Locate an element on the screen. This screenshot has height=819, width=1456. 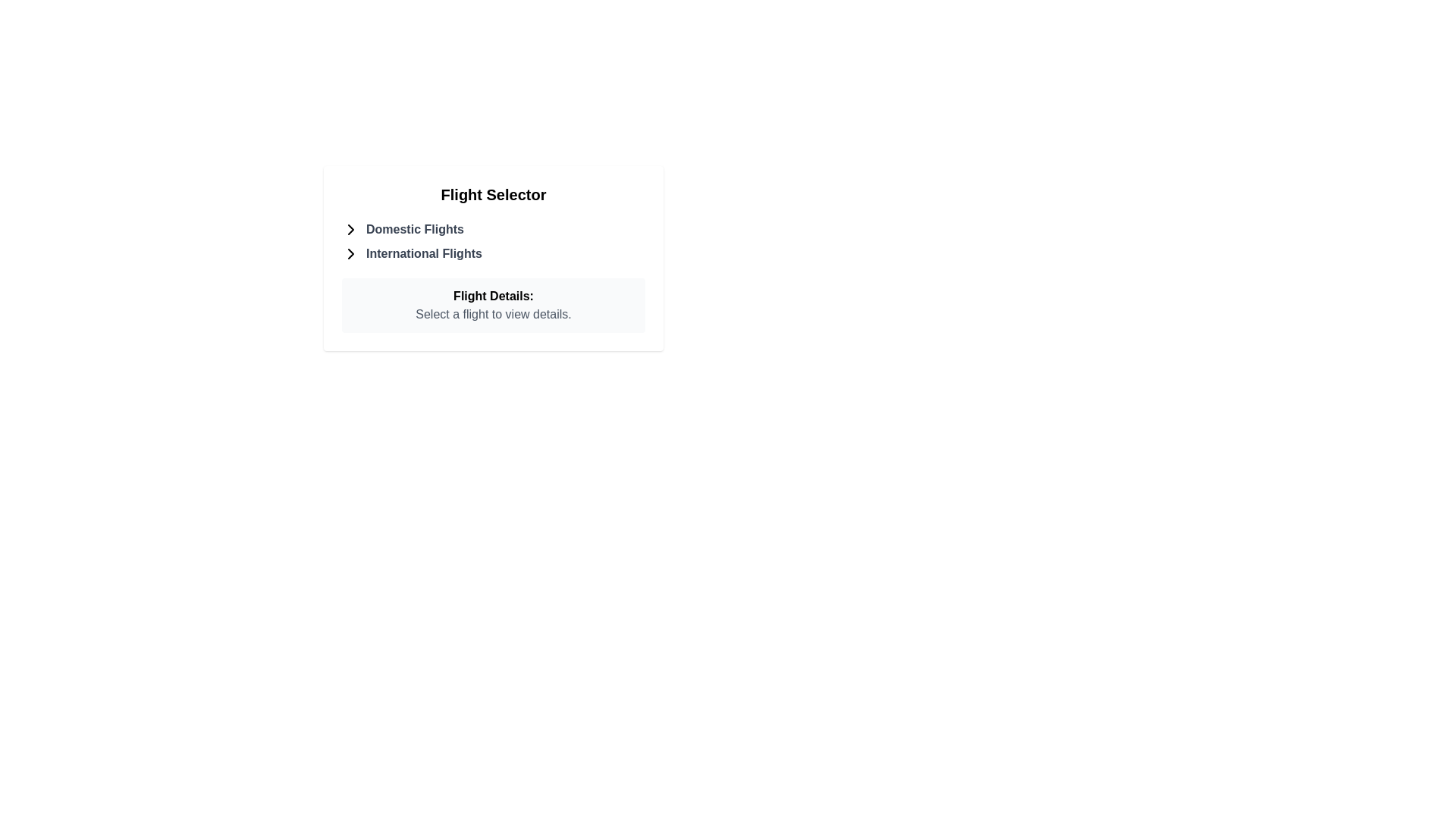
the right-pointing chevron icon located to the left of the text 'Domestic Flights' is located at coordinates (350, 230).